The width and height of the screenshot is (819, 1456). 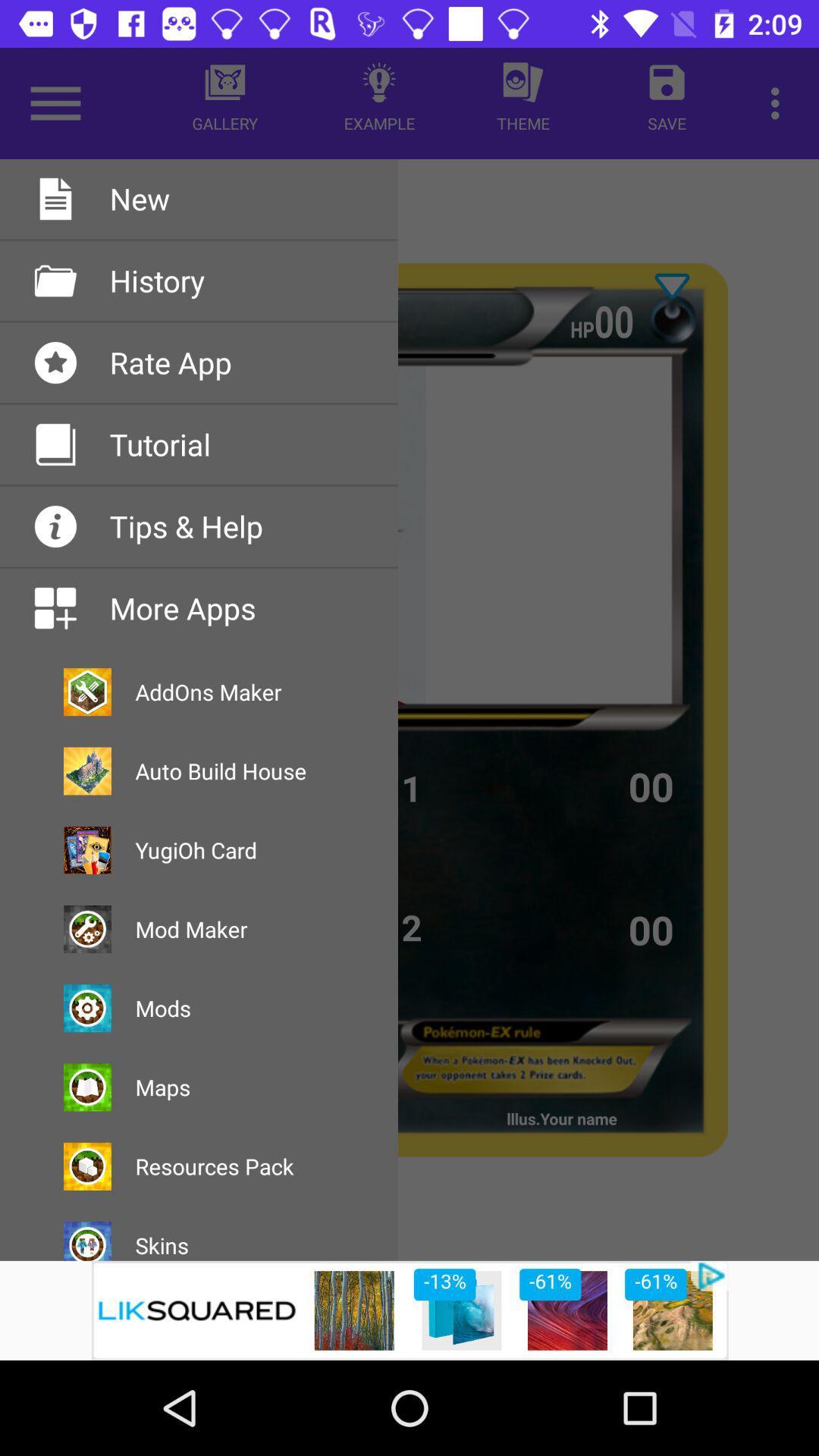 What do you see at coordinates (671, 318) in the screenshot?
I see `the emoji icon` at bounding box center [671, 318].